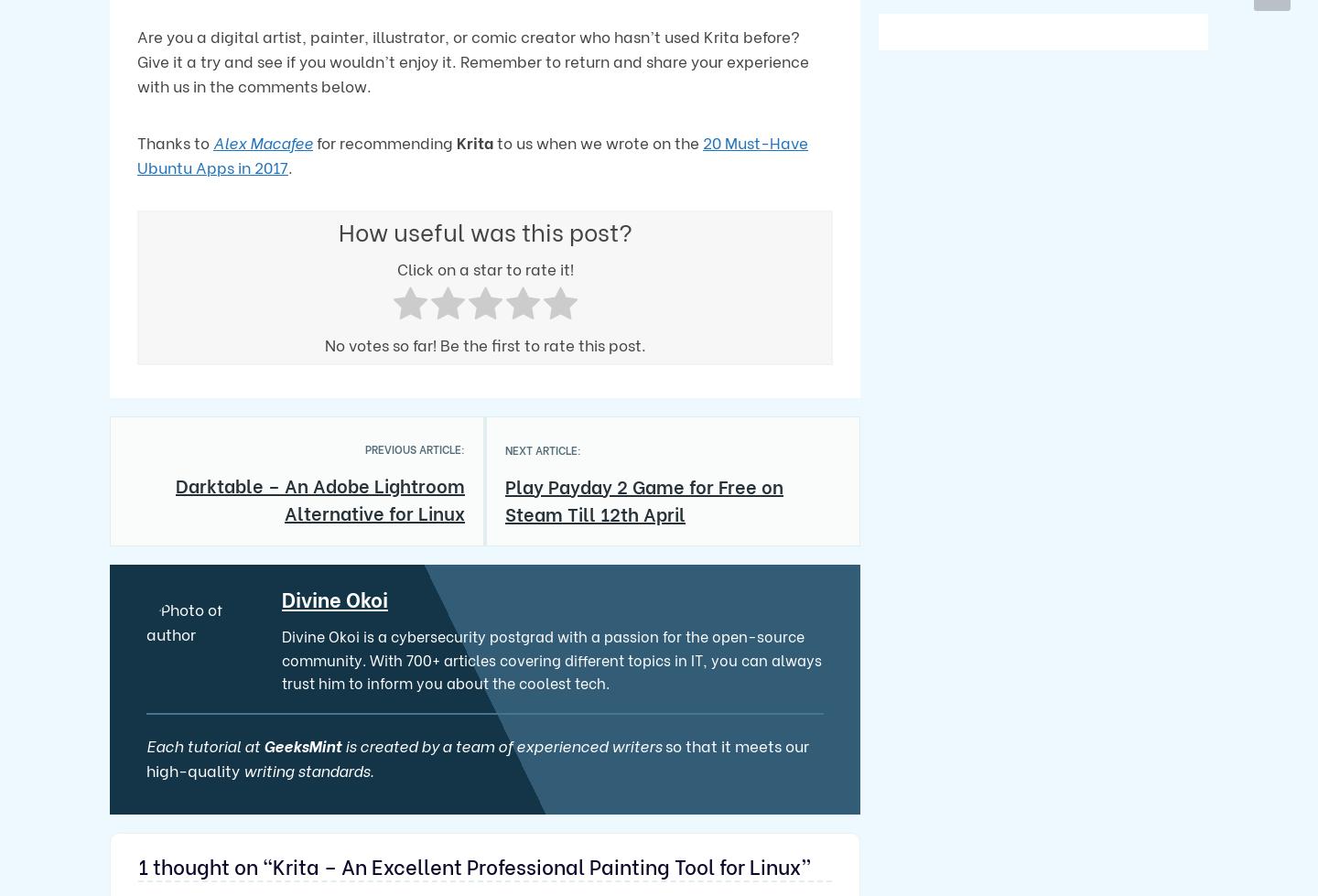  What do you see at coordinates (290, 166) in the screenshot?
I see `'.'` at bounding box center [290, 166].